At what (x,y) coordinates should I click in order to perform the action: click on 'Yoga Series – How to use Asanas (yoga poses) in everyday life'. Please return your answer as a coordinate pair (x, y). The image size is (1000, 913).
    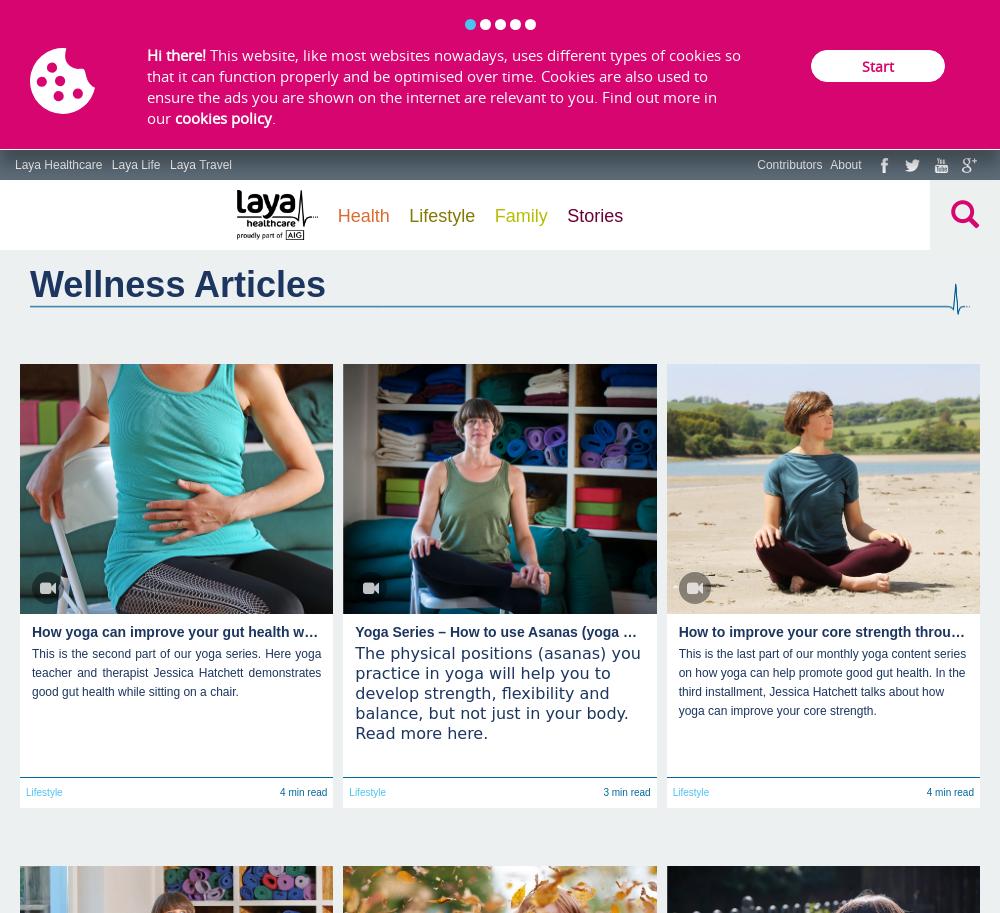
    Looking at the image, I should click on (563, 630).